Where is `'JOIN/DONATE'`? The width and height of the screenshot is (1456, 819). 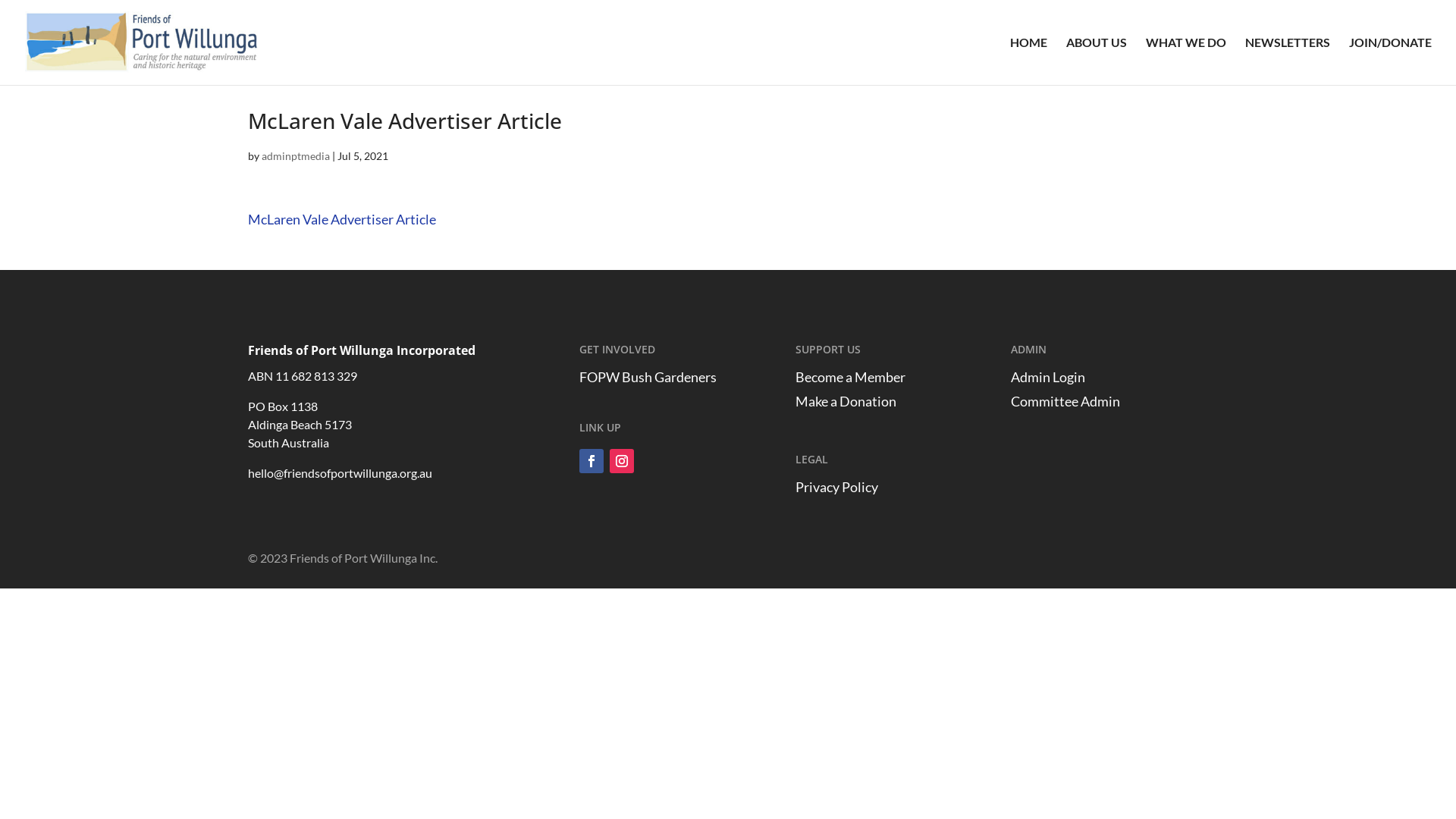
'JOIN/DONATE' is located at coordinates (1390, 60).